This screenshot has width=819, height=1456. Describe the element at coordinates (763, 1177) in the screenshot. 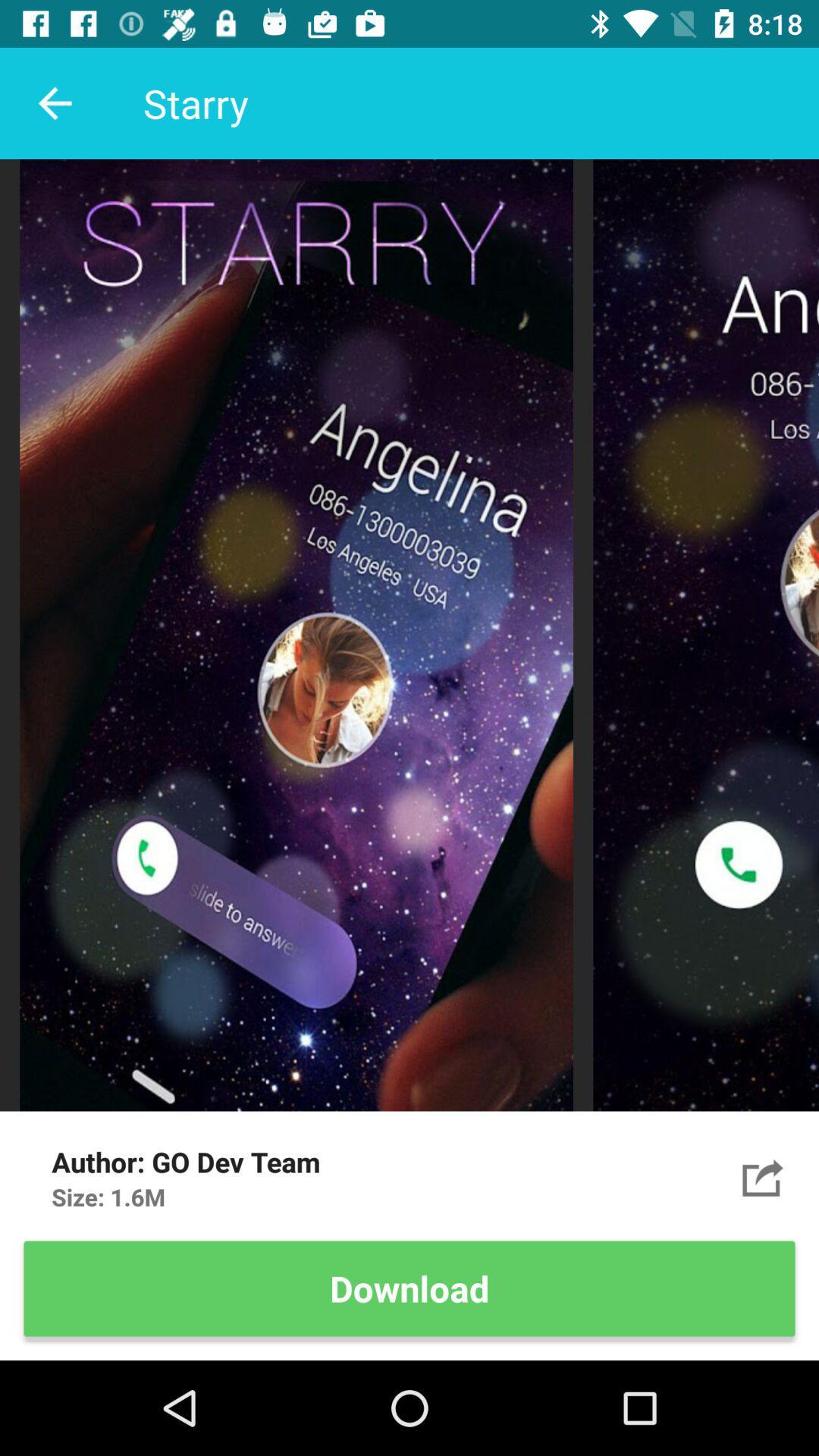

I see `go forward` at that location.